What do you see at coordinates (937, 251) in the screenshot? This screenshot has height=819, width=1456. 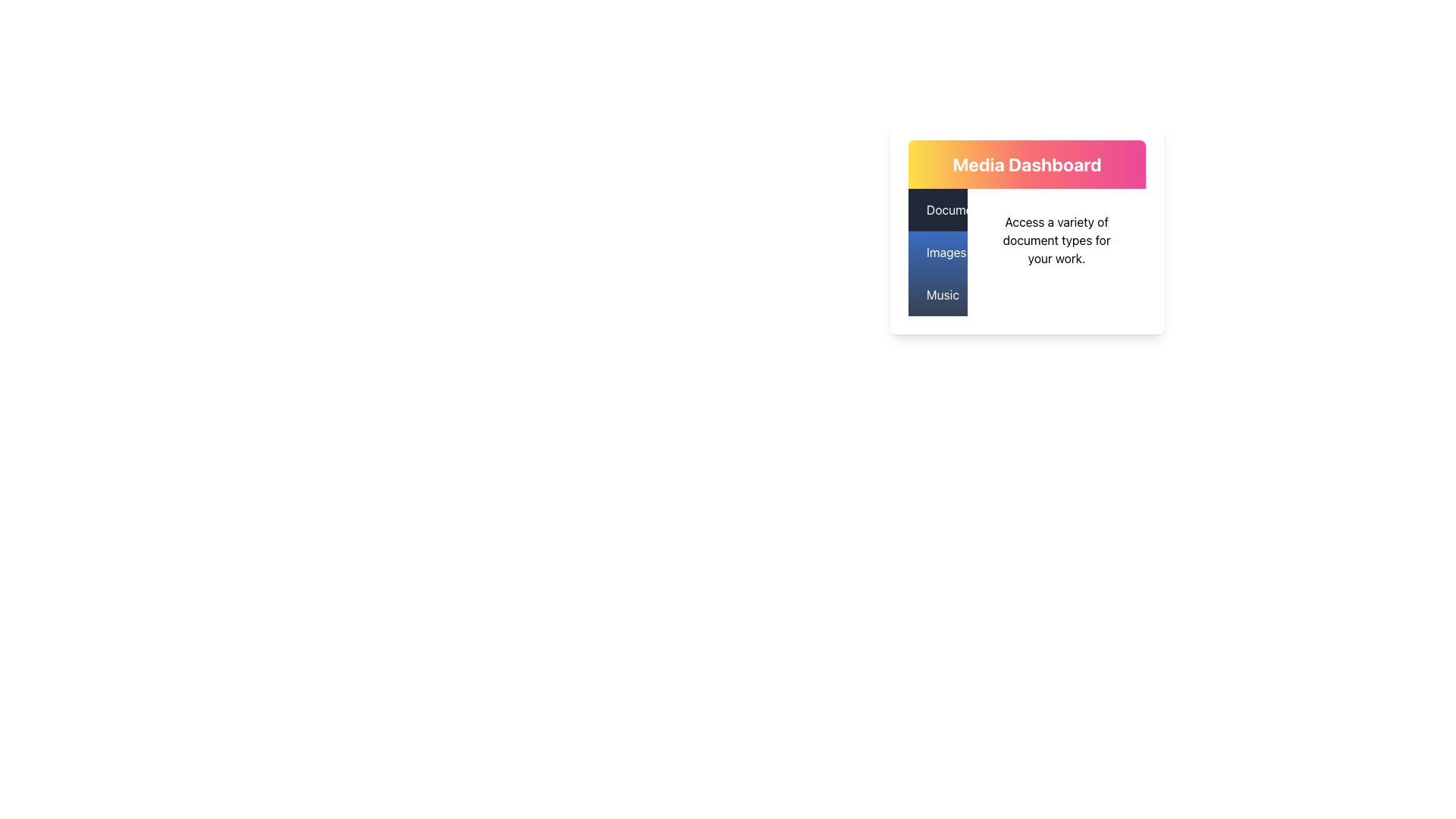 I see `the second navigation menu item that combines an icon and text` at bounding box center [937, 251].